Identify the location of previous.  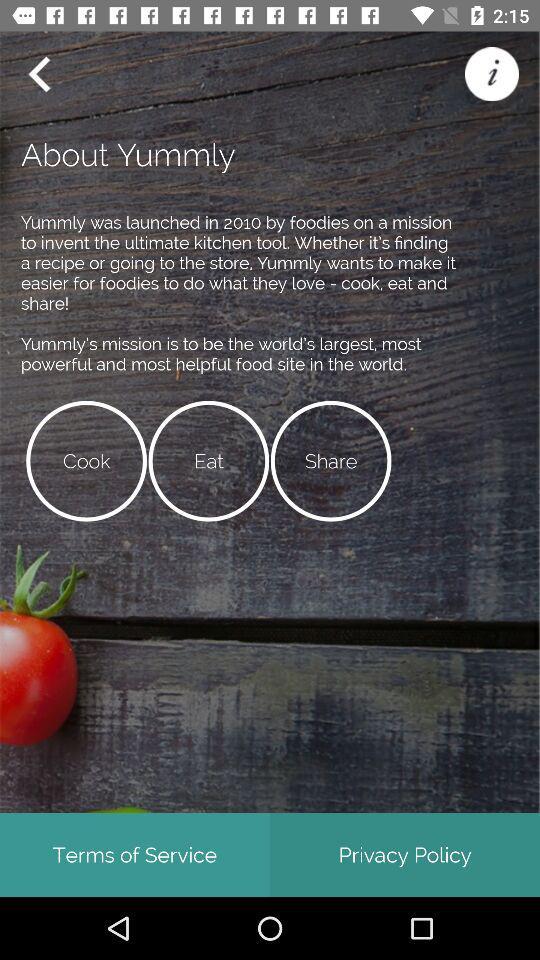
(38, 74).